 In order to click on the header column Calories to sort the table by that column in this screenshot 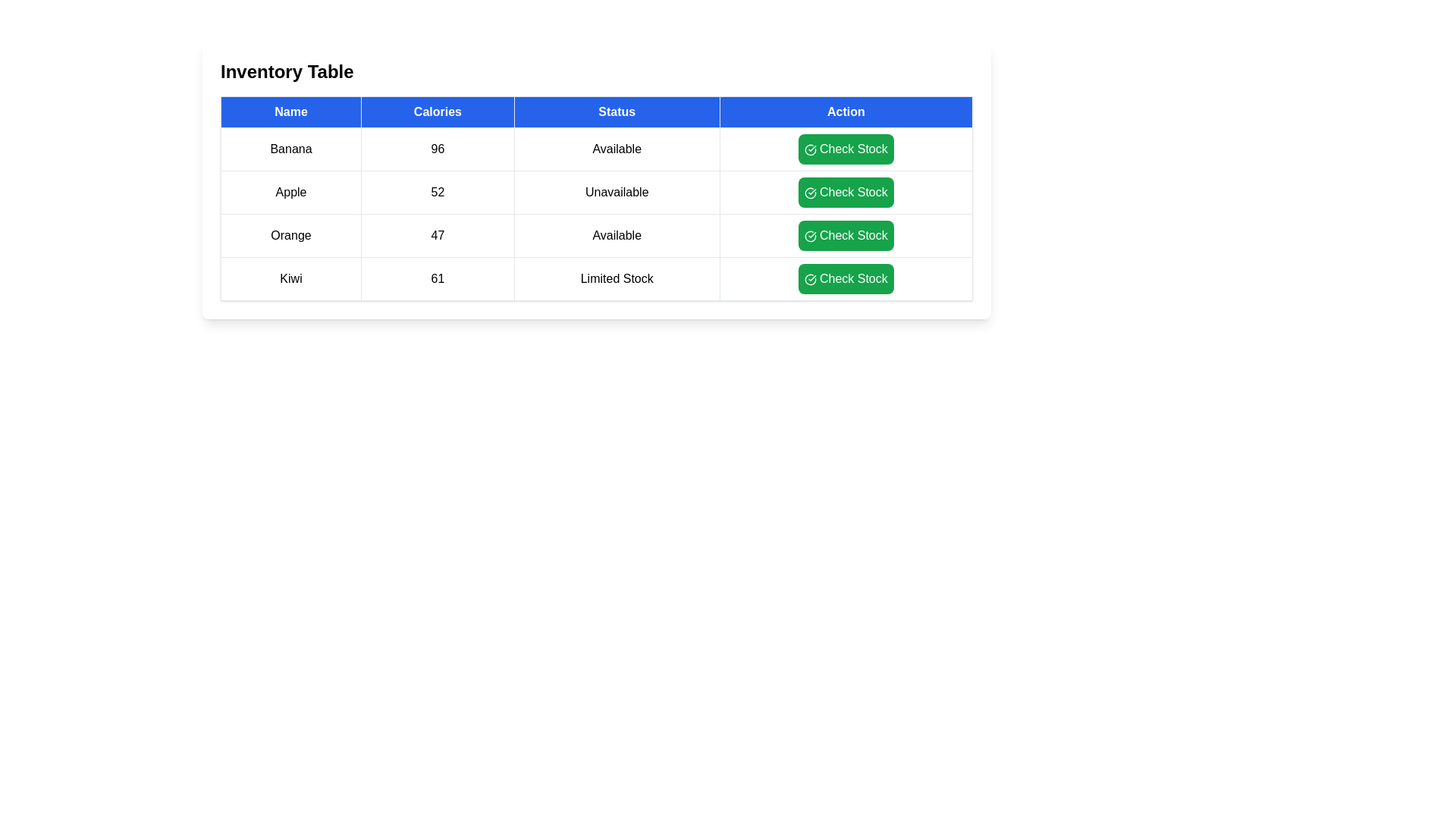, I will do `click(436, 111)`.